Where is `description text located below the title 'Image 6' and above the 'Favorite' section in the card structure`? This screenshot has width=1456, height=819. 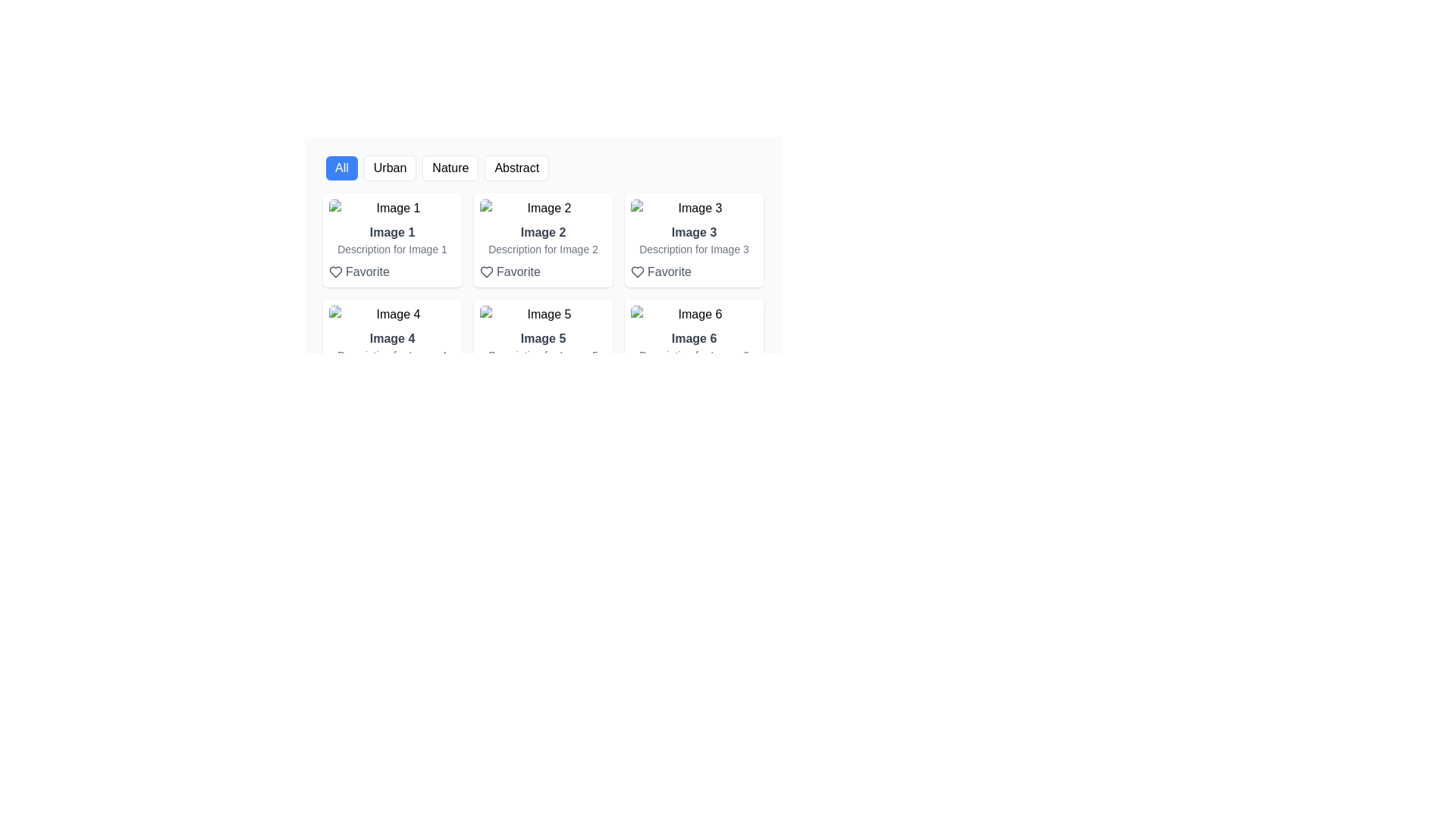
description text located below the title 'Image 6' and above the 'Favorite' section in the card structure is located at coordinates (693, 356).